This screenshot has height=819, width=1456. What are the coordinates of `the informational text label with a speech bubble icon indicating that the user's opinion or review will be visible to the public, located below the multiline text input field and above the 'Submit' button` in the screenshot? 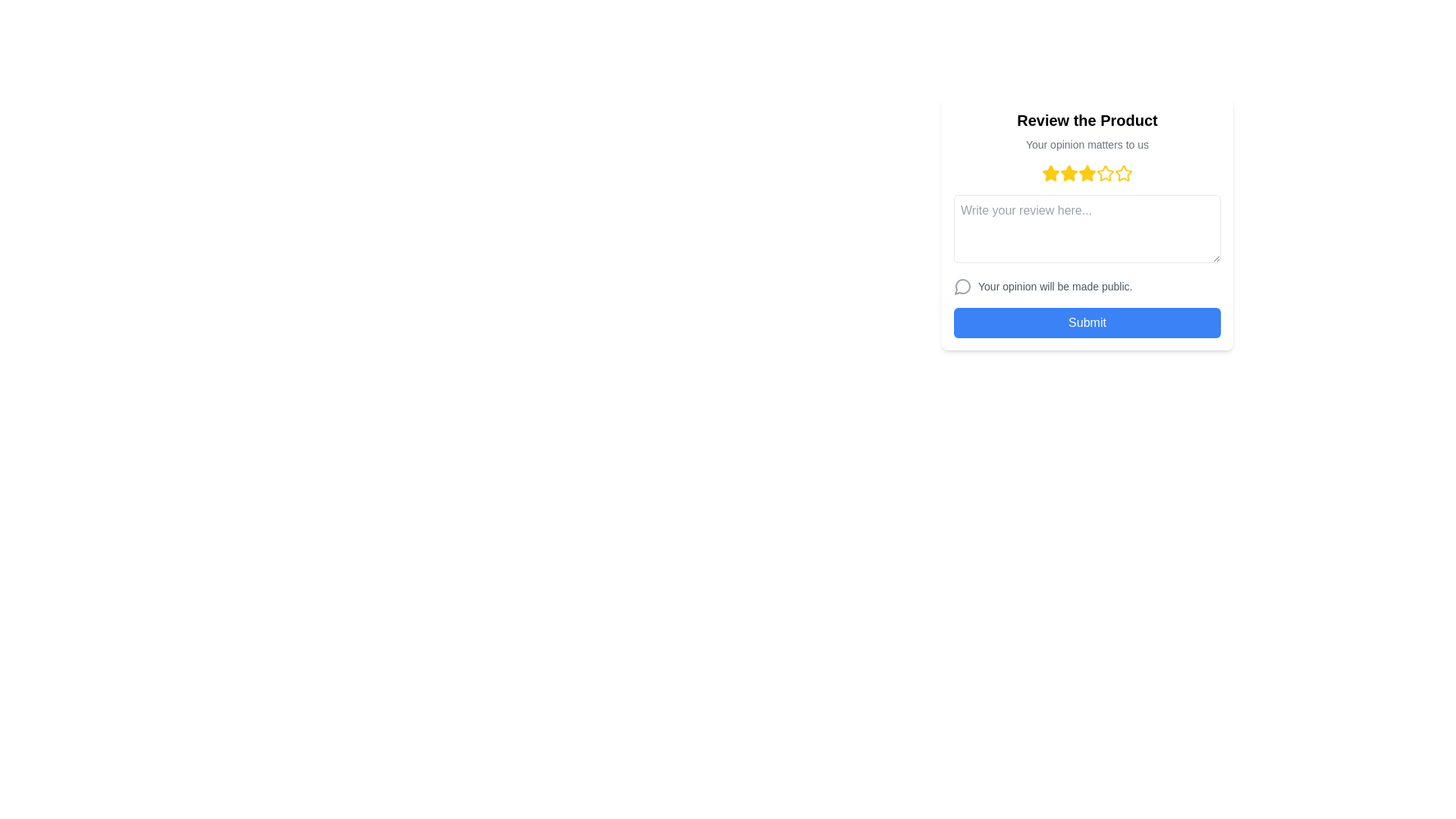 It's located at (1087, 287).